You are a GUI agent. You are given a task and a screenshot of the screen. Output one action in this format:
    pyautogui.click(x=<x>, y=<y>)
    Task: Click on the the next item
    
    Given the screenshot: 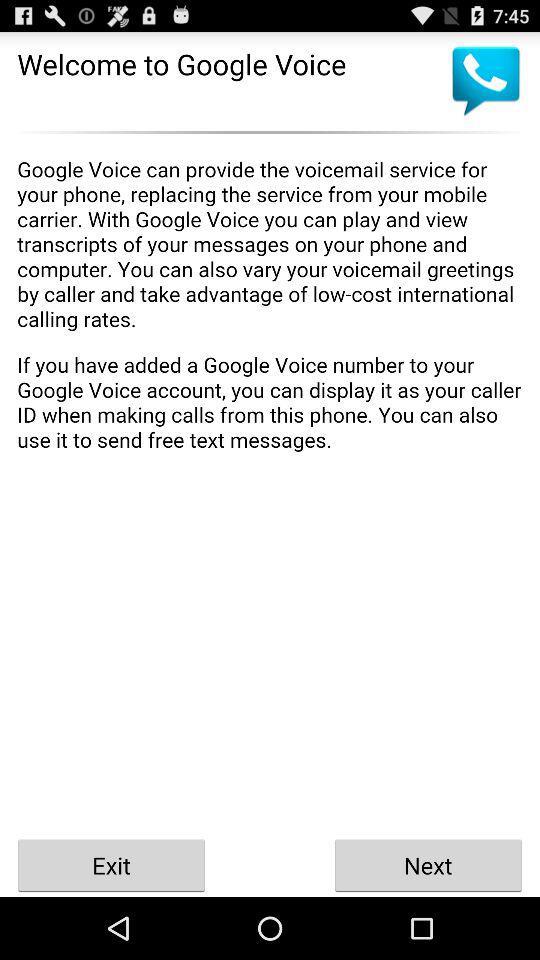 What is the action you would take?
    pyautogui.click(x=427, y=864)
    